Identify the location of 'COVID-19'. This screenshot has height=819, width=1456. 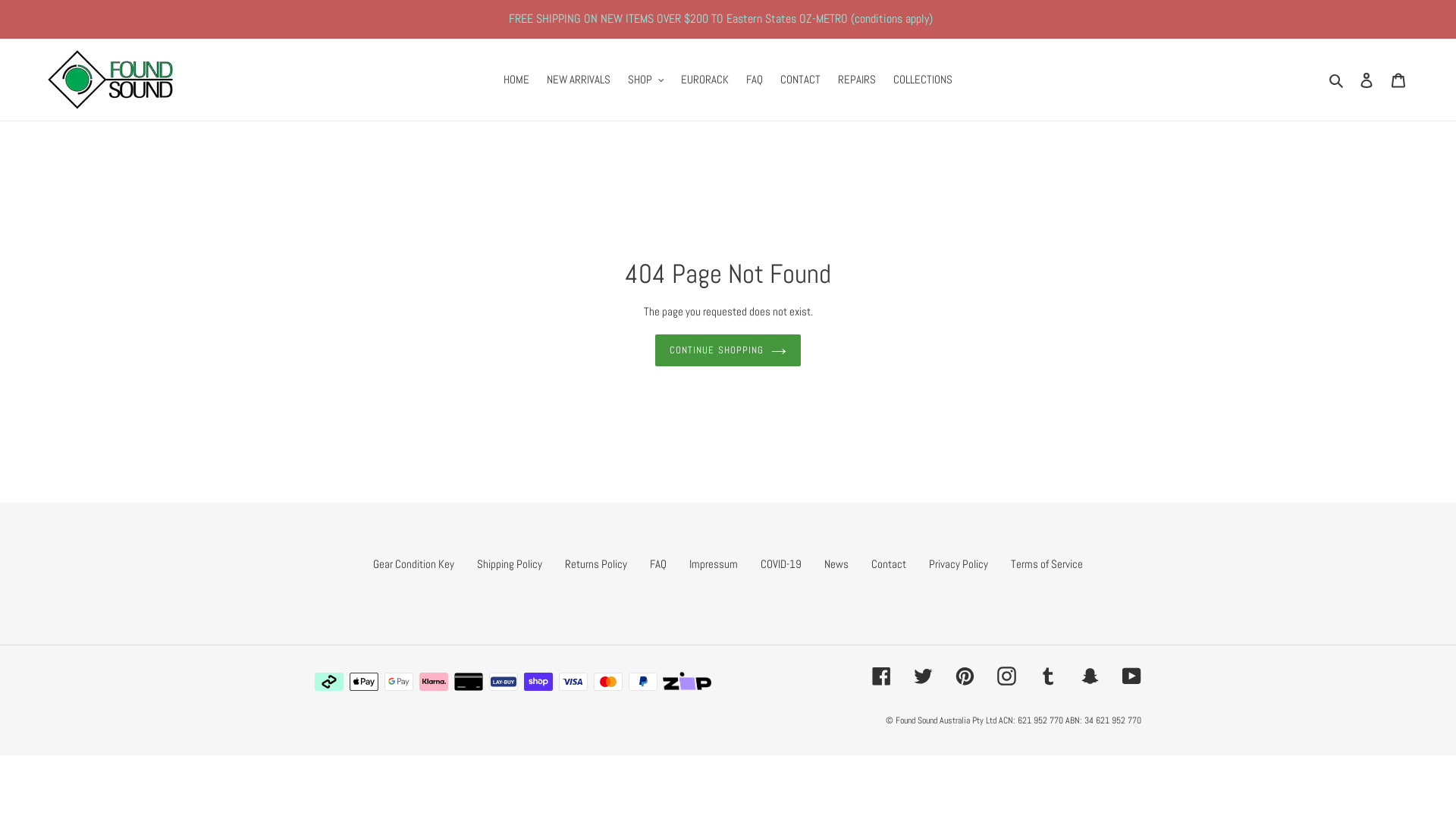
(781, 563).